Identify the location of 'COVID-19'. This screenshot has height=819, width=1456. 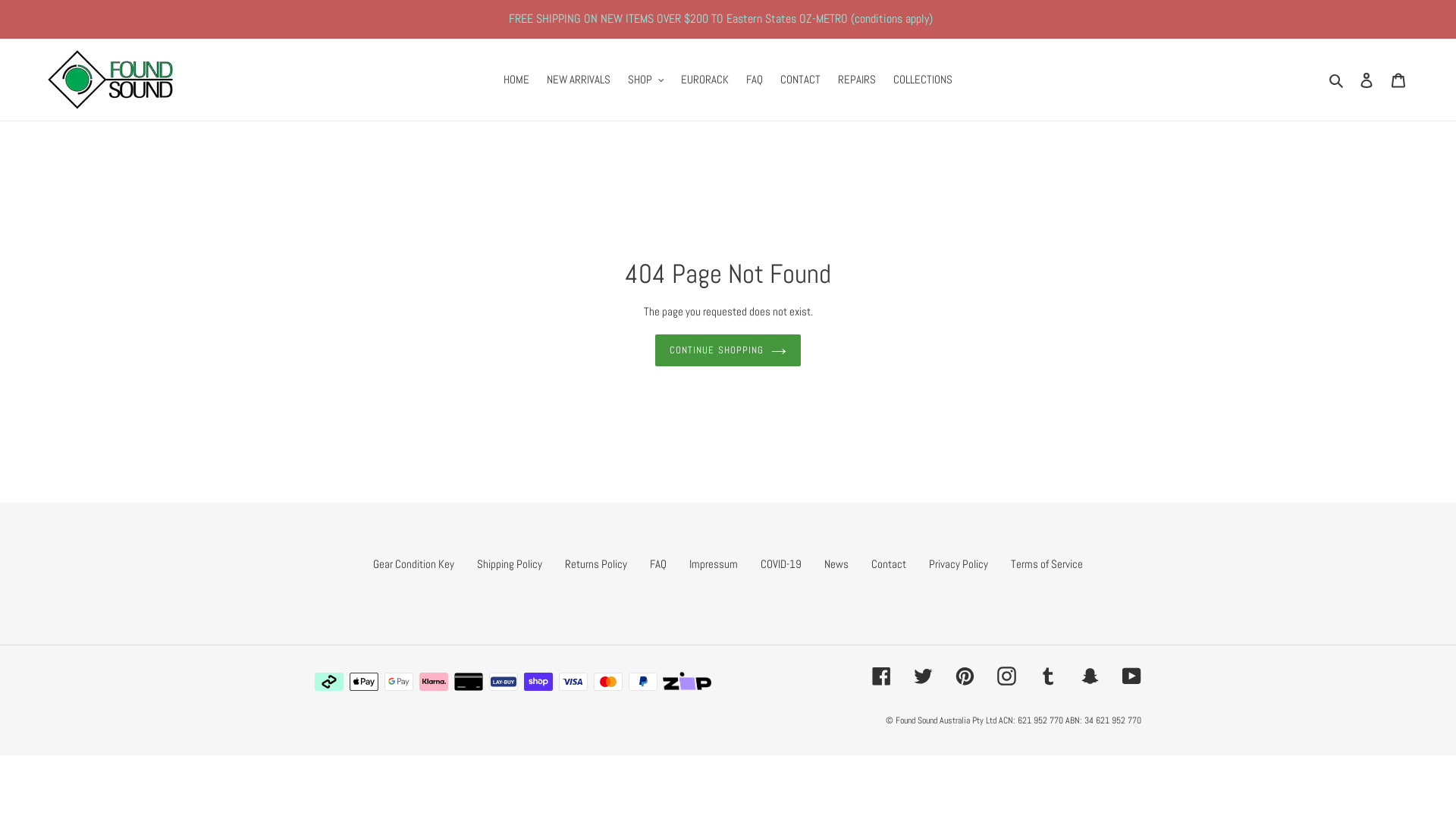
(781, 563).